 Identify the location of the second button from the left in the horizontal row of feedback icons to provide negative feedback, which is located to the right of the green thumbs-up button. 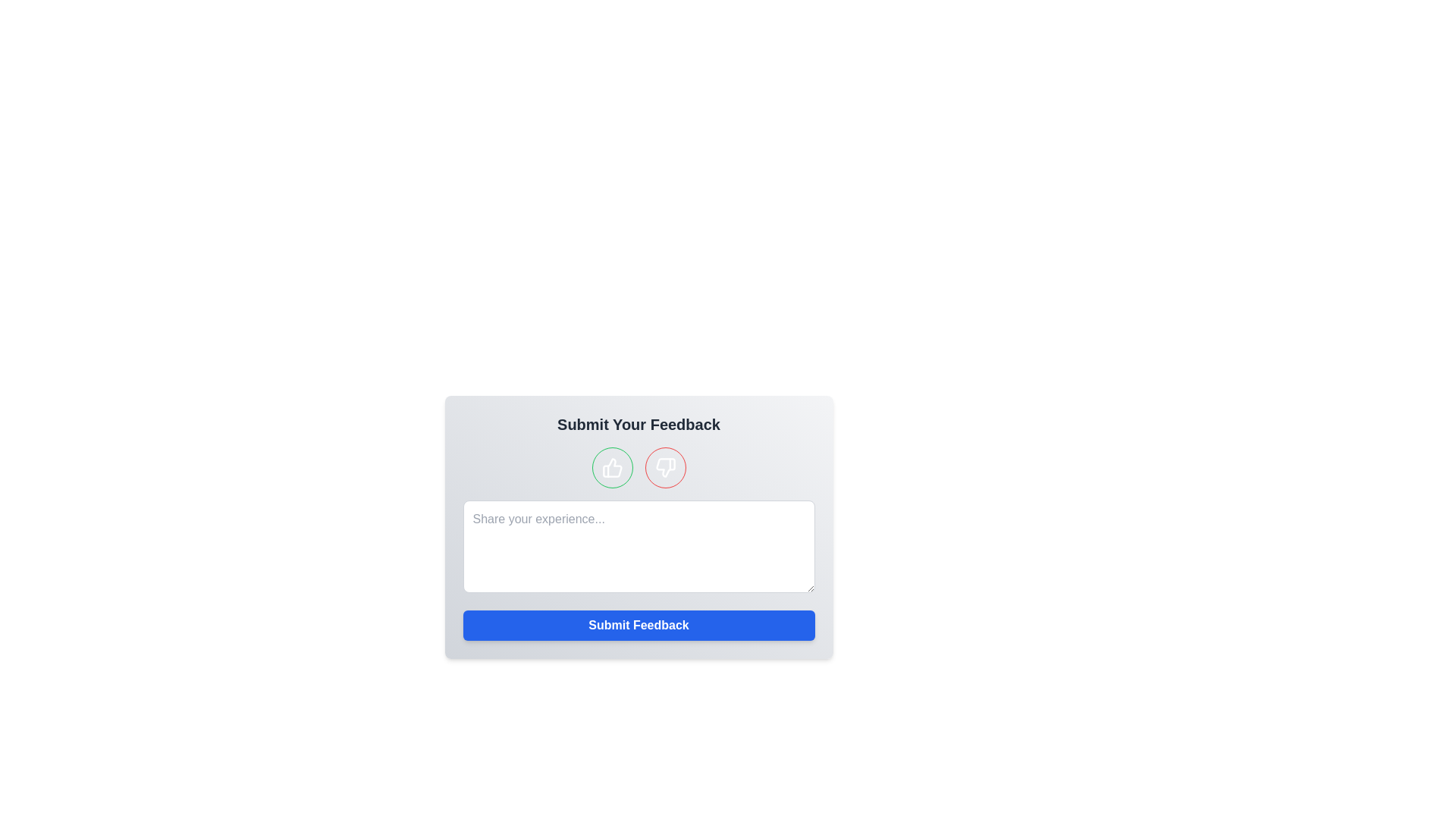
(665, 467).